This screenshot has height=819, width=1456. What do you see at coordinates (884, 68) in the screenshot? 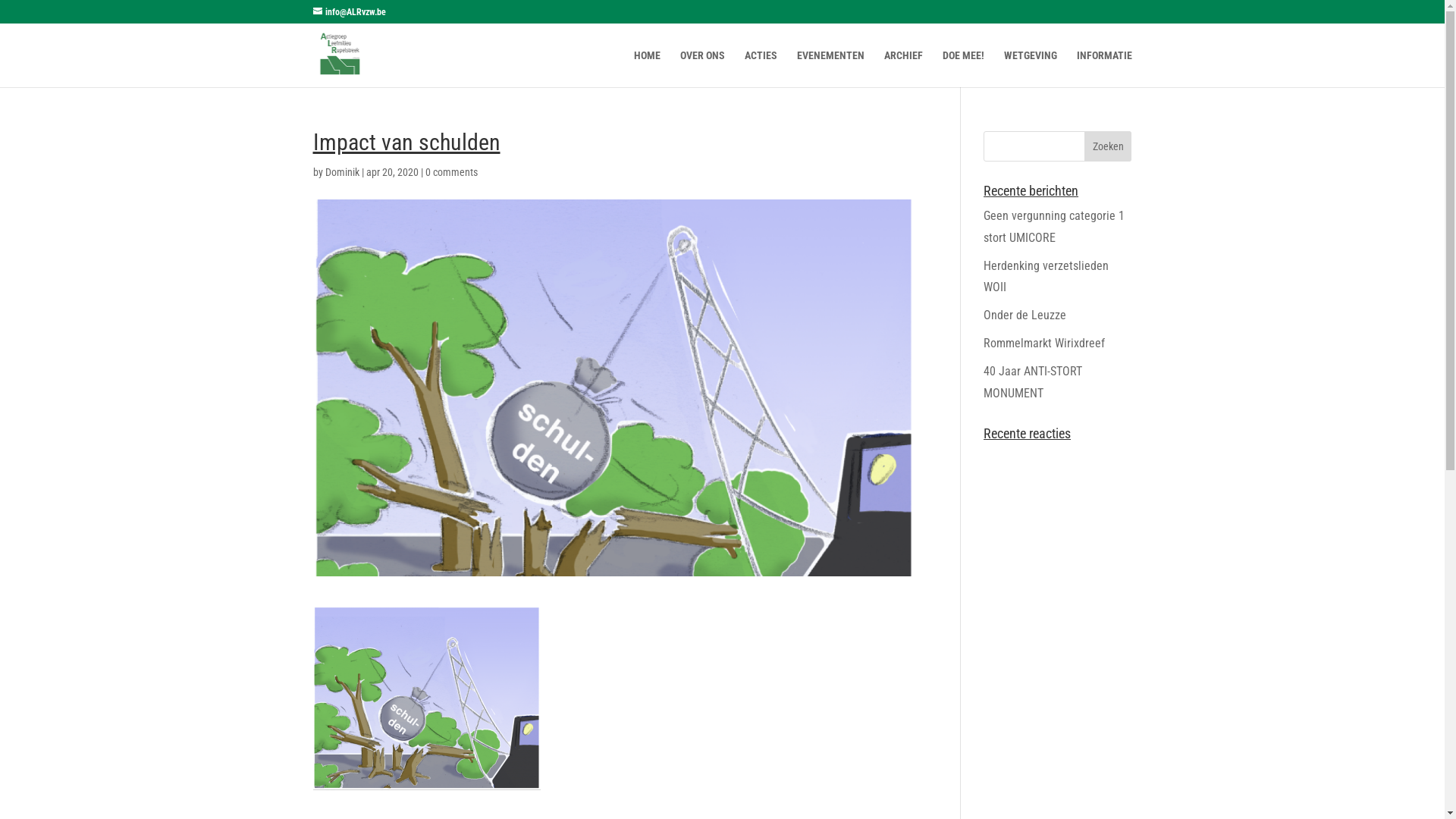
I see `'ARCHIEF'` at bounding box center [884, 68].